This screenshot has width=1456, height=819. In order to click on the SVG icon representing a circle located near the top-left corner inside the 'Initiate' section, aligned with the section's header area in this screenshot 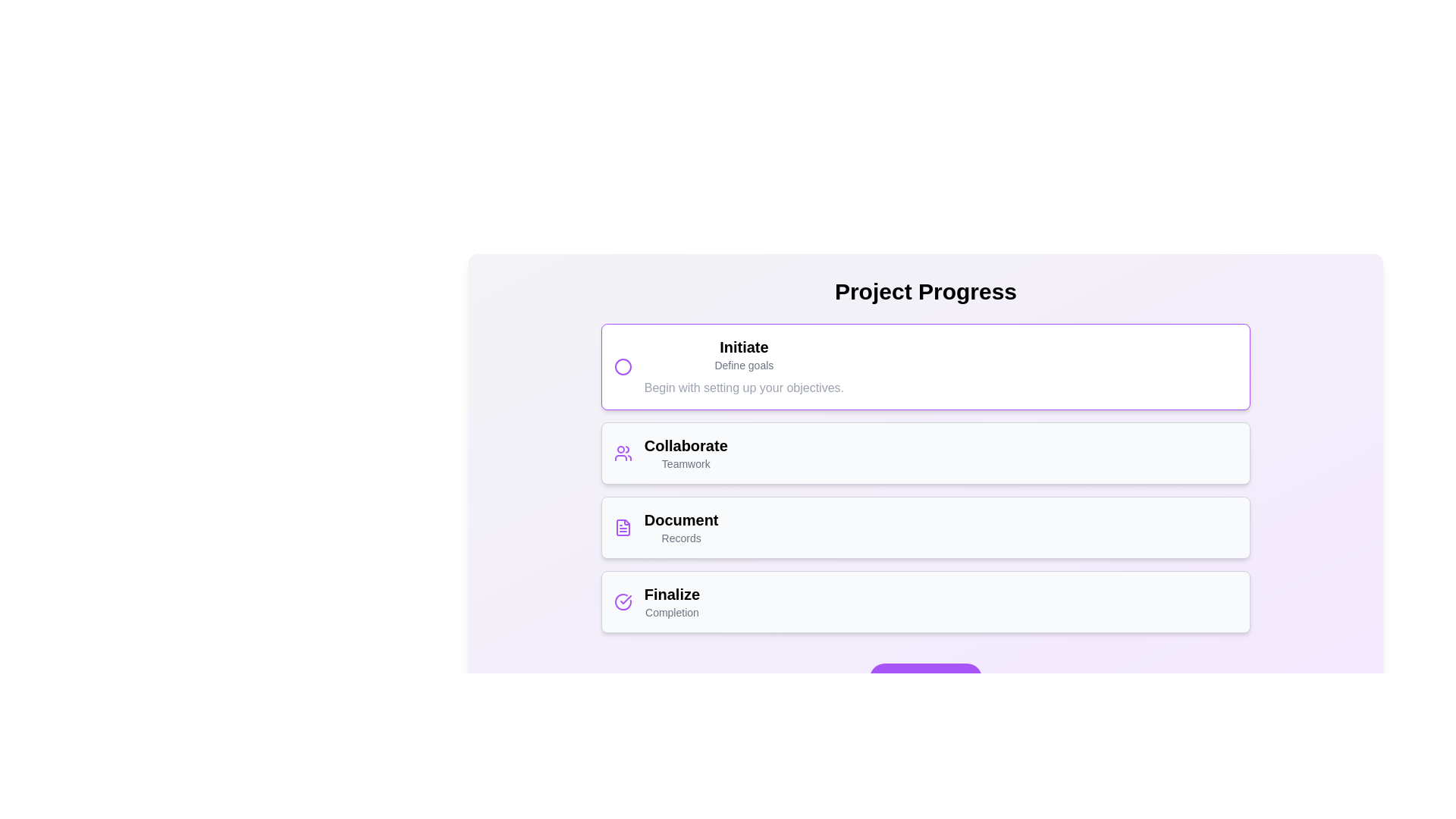, I will do `click(623, 366)`.